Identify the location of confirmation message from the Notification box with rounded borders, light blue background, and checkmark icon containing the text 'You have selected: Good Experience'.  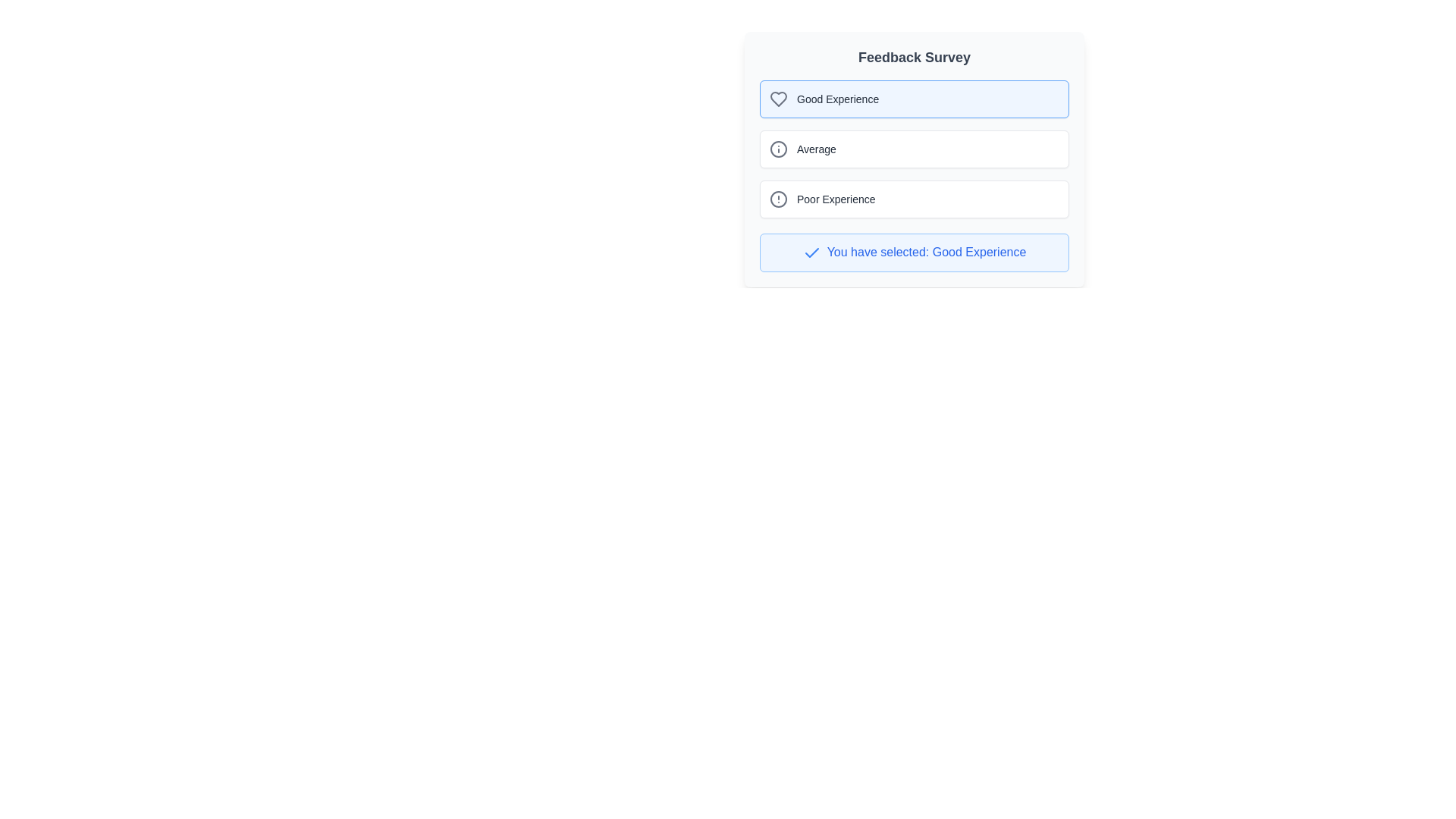
(913, 251).